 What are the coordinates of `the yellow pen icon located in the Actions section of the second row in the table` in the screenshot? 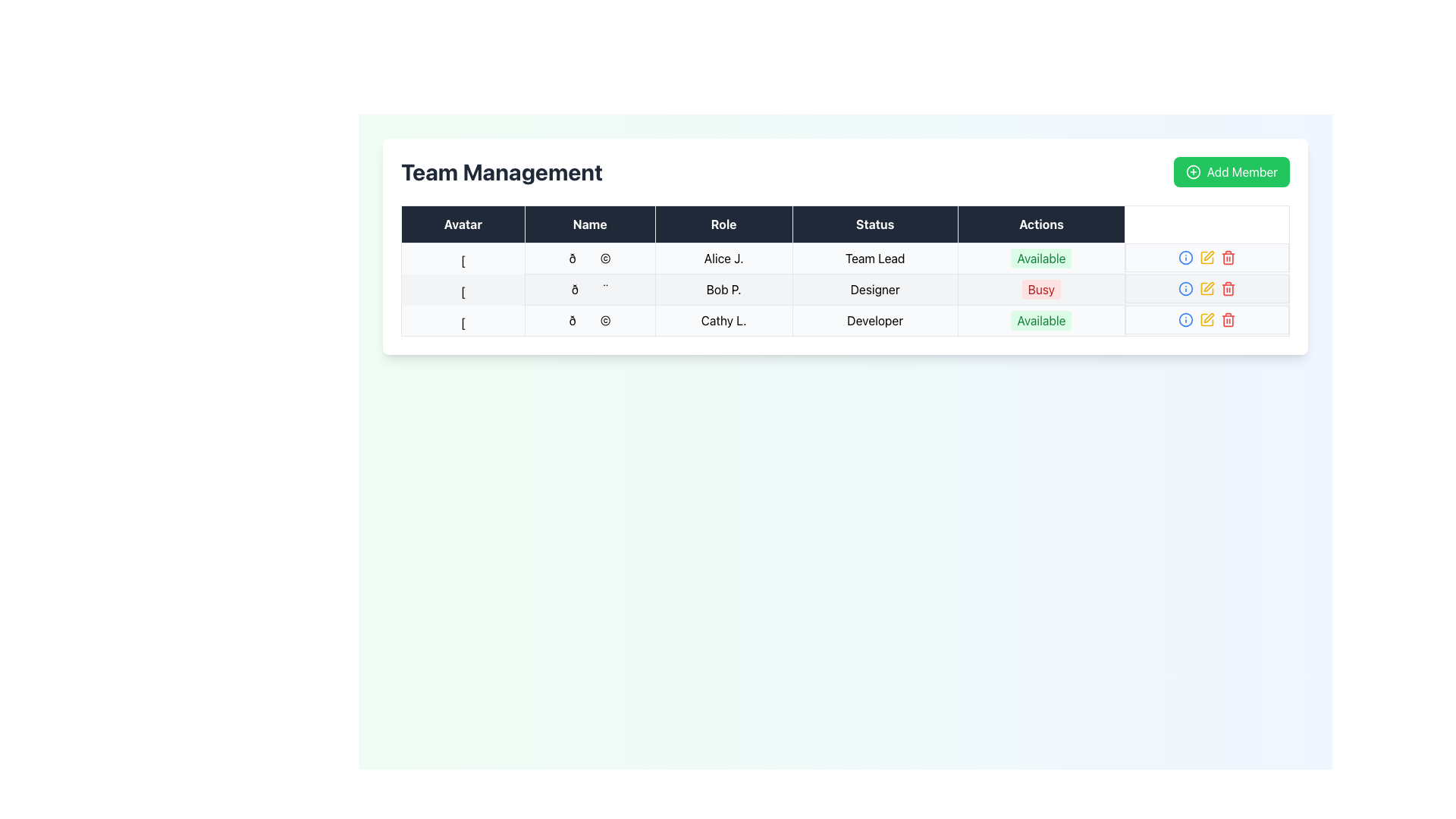 It's located at (1207, 288).